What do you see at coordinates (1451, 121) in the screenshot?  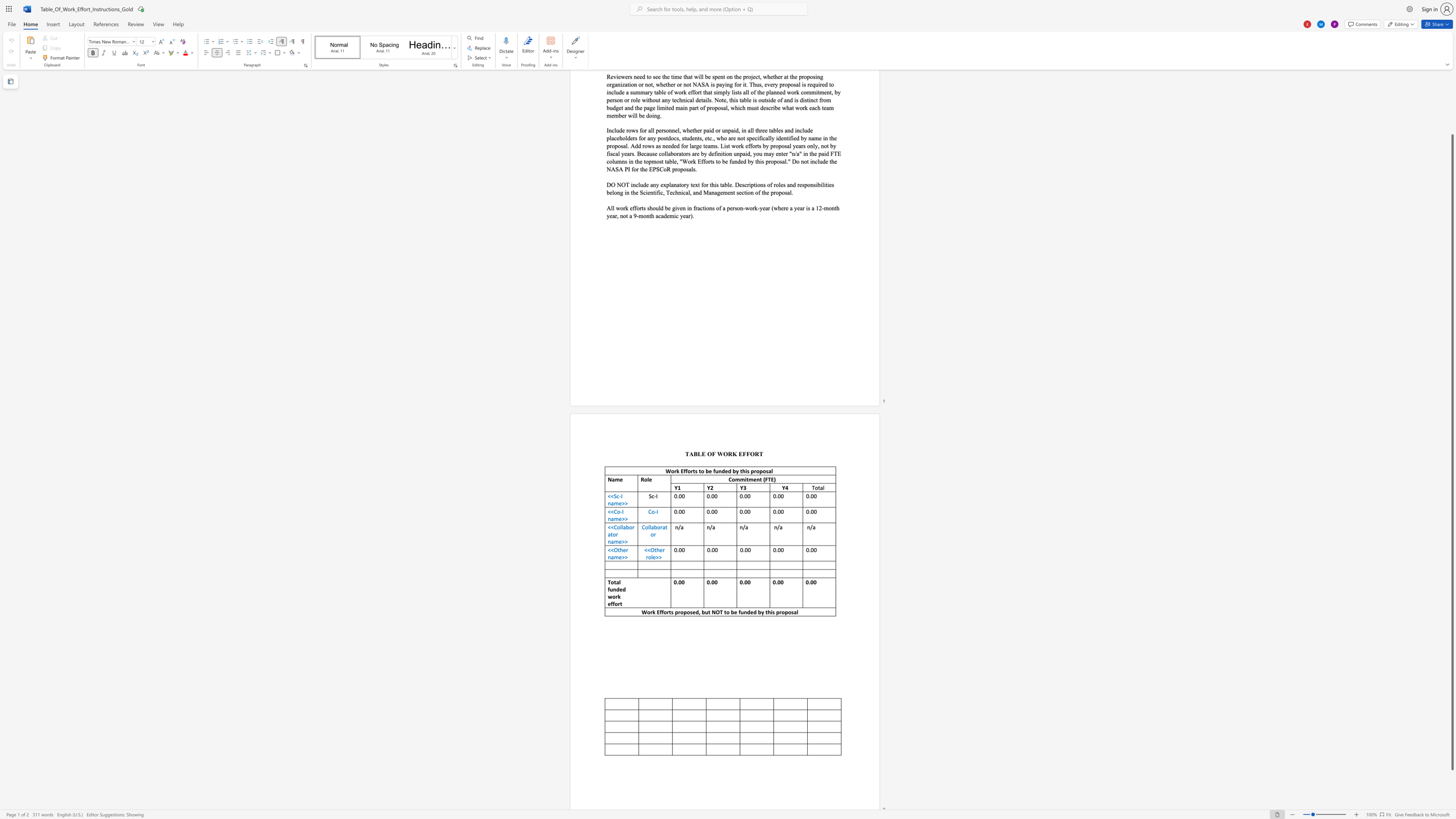 I see `the scrollbar to scroll the page up` at bounding box center [1451, 121].